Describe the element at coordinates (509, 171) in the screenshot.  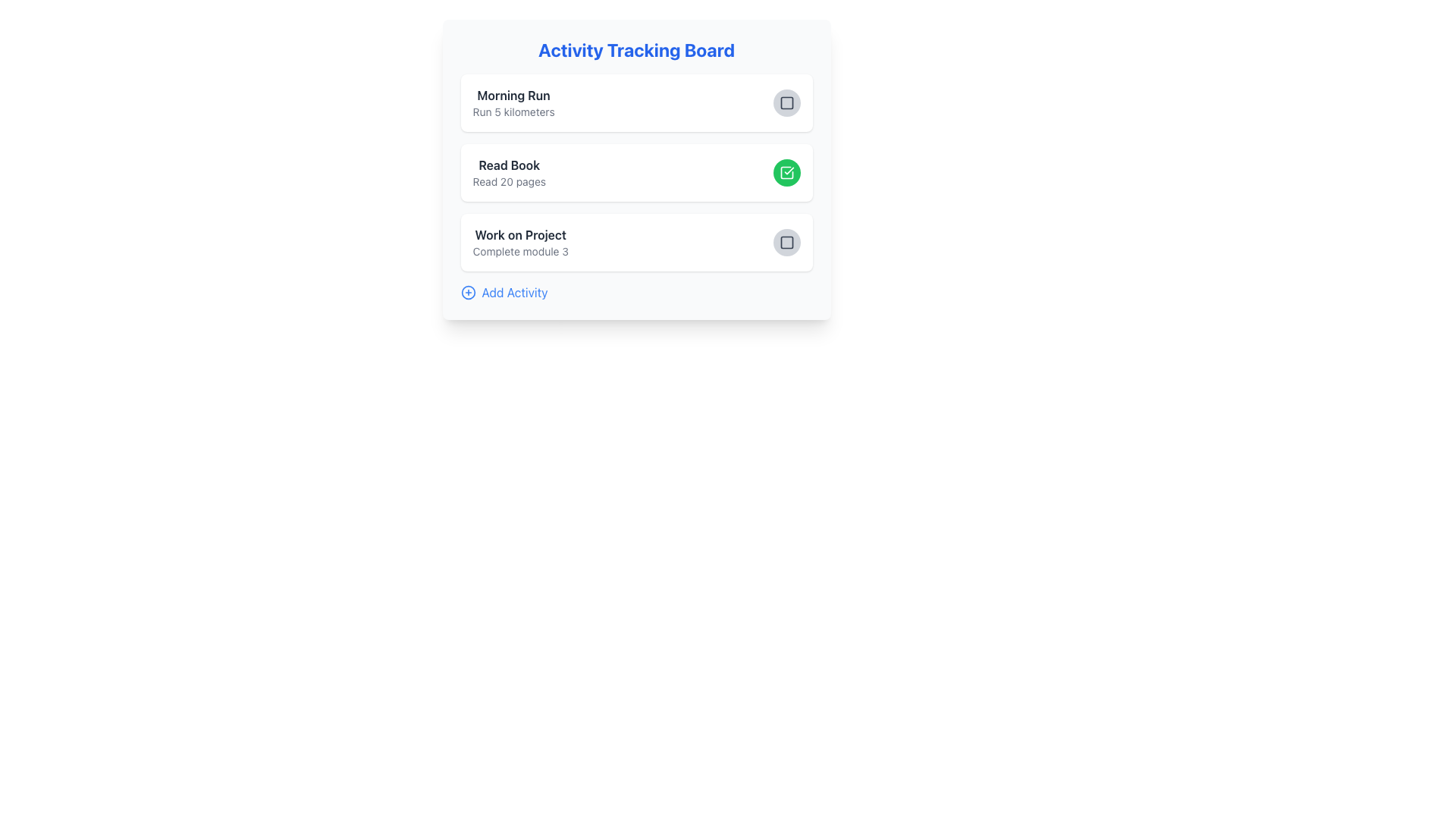
I see `the Text Block containing 'Read Book' and 'Read 20 pages' which is the second item in the vertically stacked list of the 'Activity Tracking Board'` at that location.